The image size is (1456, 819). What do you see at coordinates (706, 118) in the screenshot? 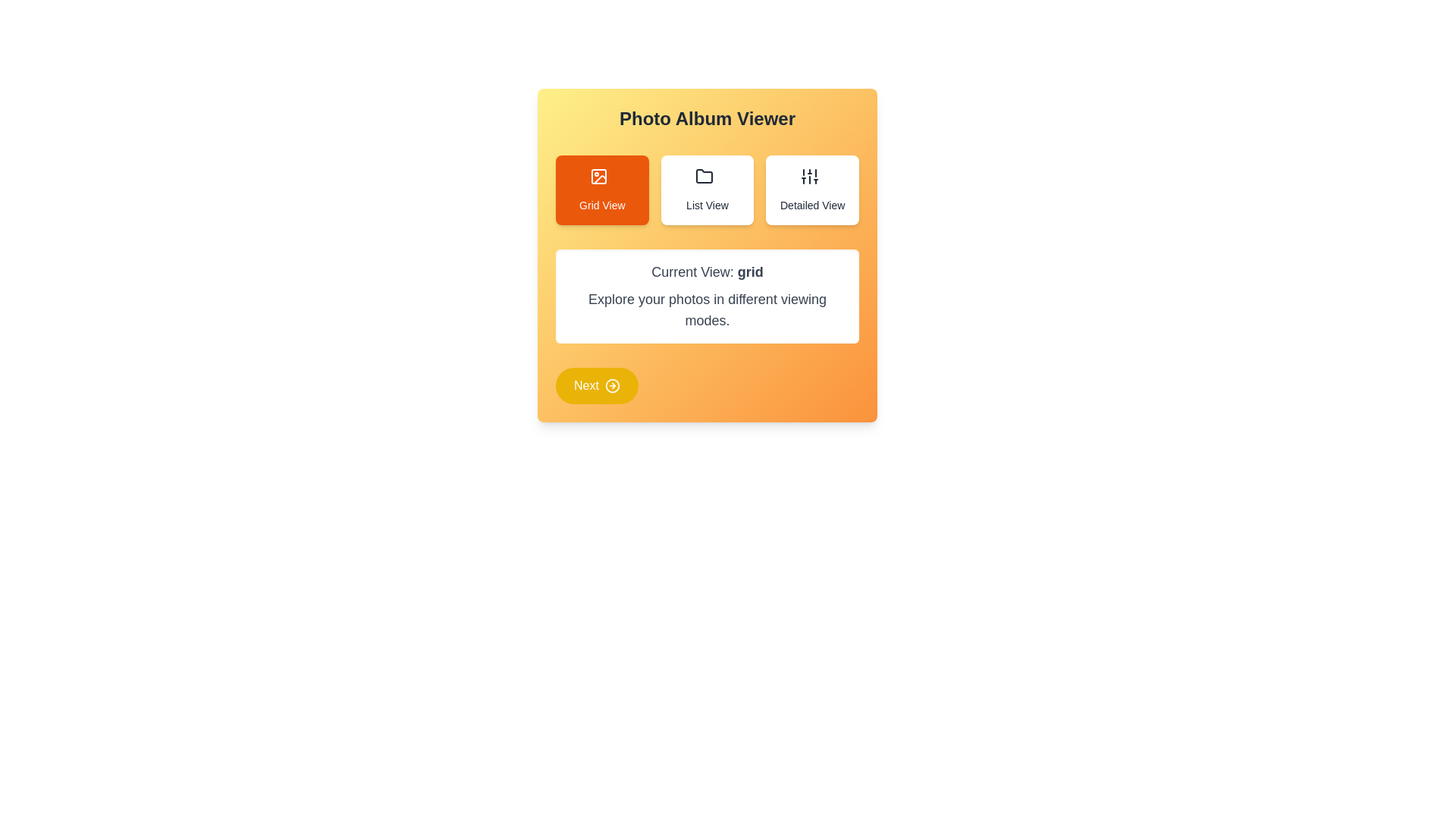
I see `the bold, large-sized, sans-serif text reading 'Photo Album Viewer' which is centrally aligned at the top of a vibrant, orange gradient card` at bounding box center [706, 118].